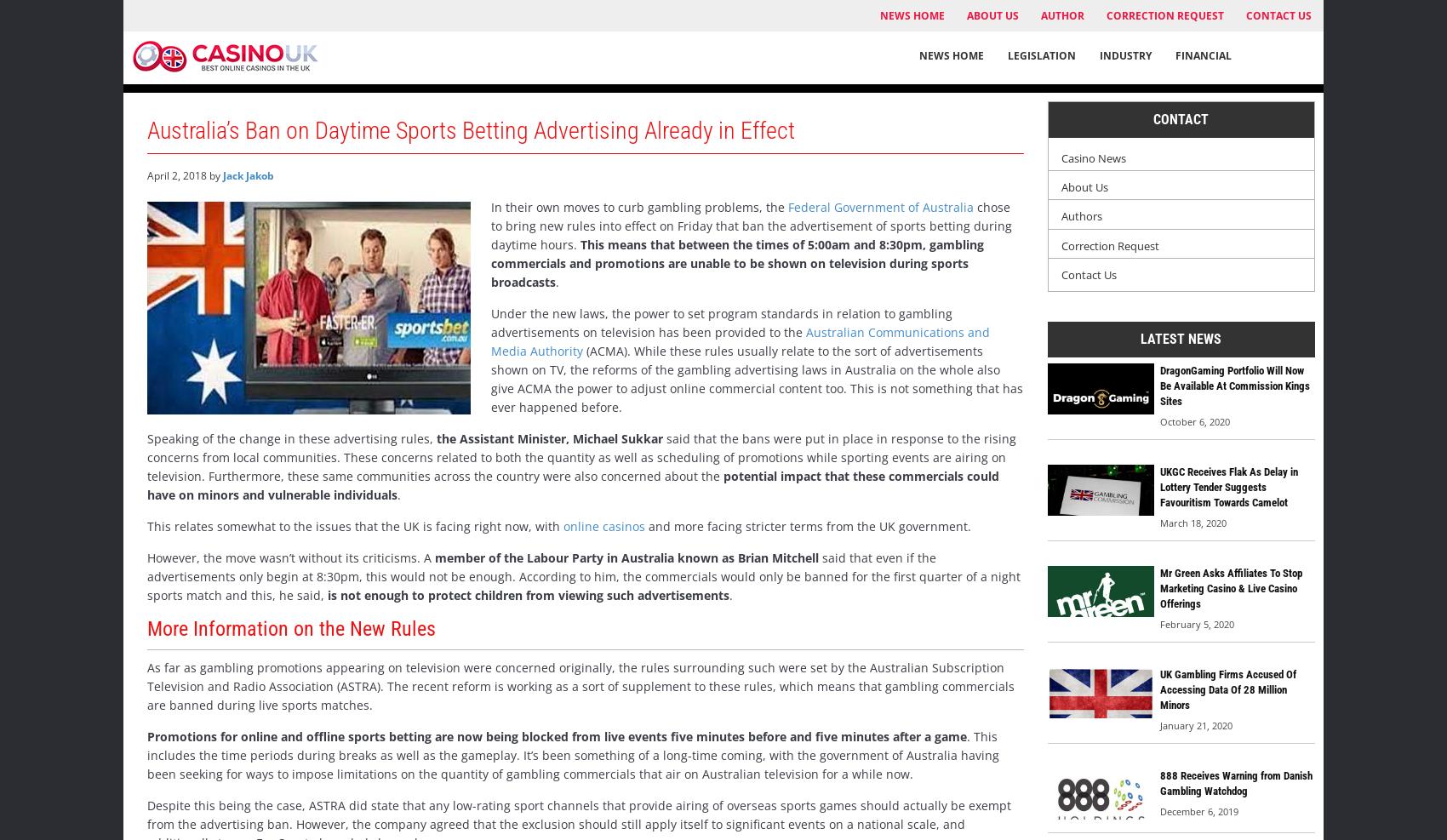 Image resolution: width=1447 pixels, height=840 pixels. I want to click on 'March 18, 2020', so click(1159, 521).